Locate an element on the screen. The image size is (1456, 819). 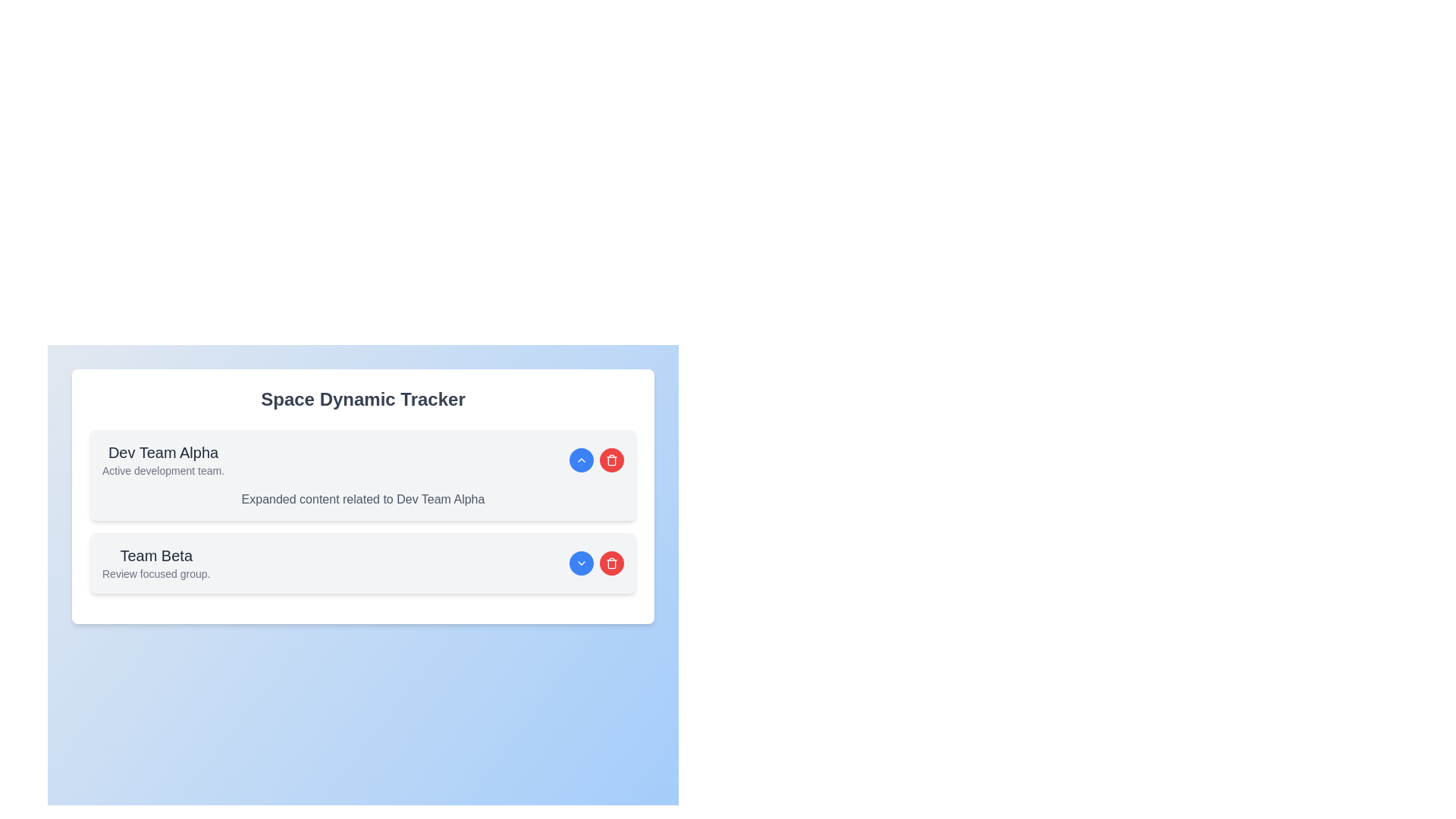
the delete button located near the top-right corner of the 'Dev Team Alpha' group, adjacent to the blue upward-pointing arrow button for accessibility is located at coordinates (611, 459).